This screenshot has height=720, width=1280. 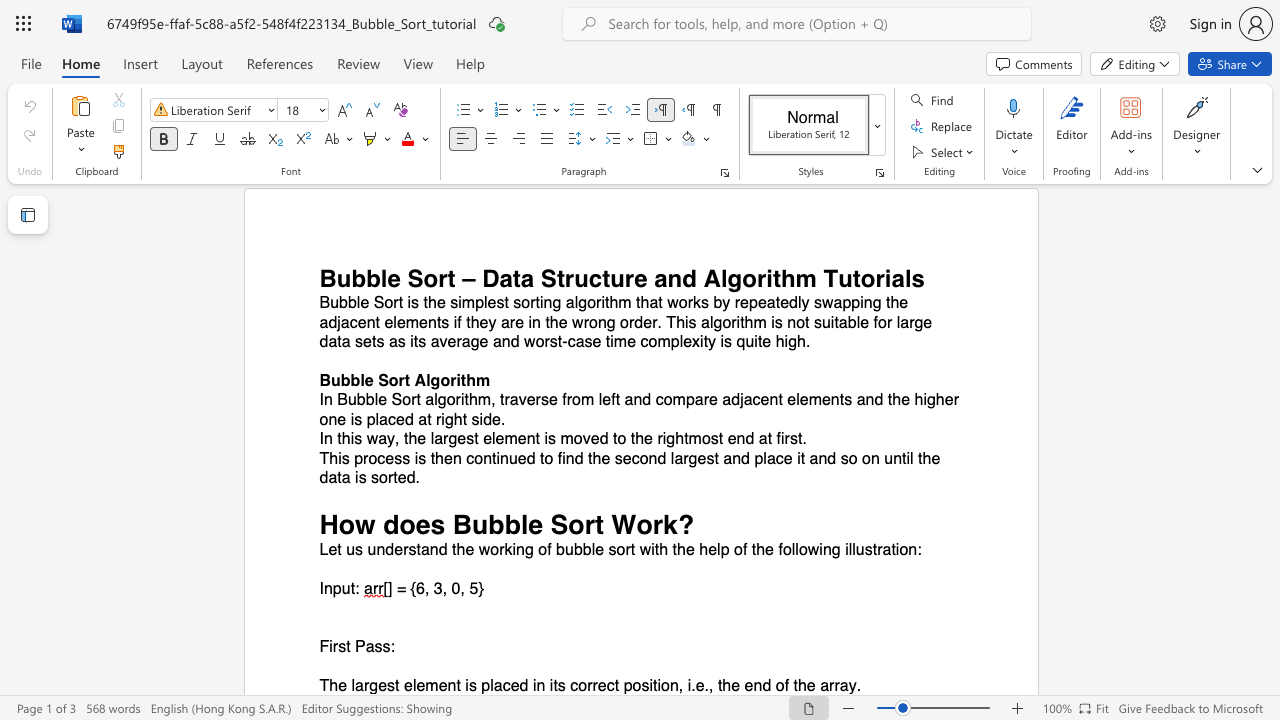 What do you see at coordinates (519, 685) in the screenshot?
I see `the subset text "d i" within the text "The largest element is placed in its correct position, i.e., the end of the array."` at bounding box center [519, 685].